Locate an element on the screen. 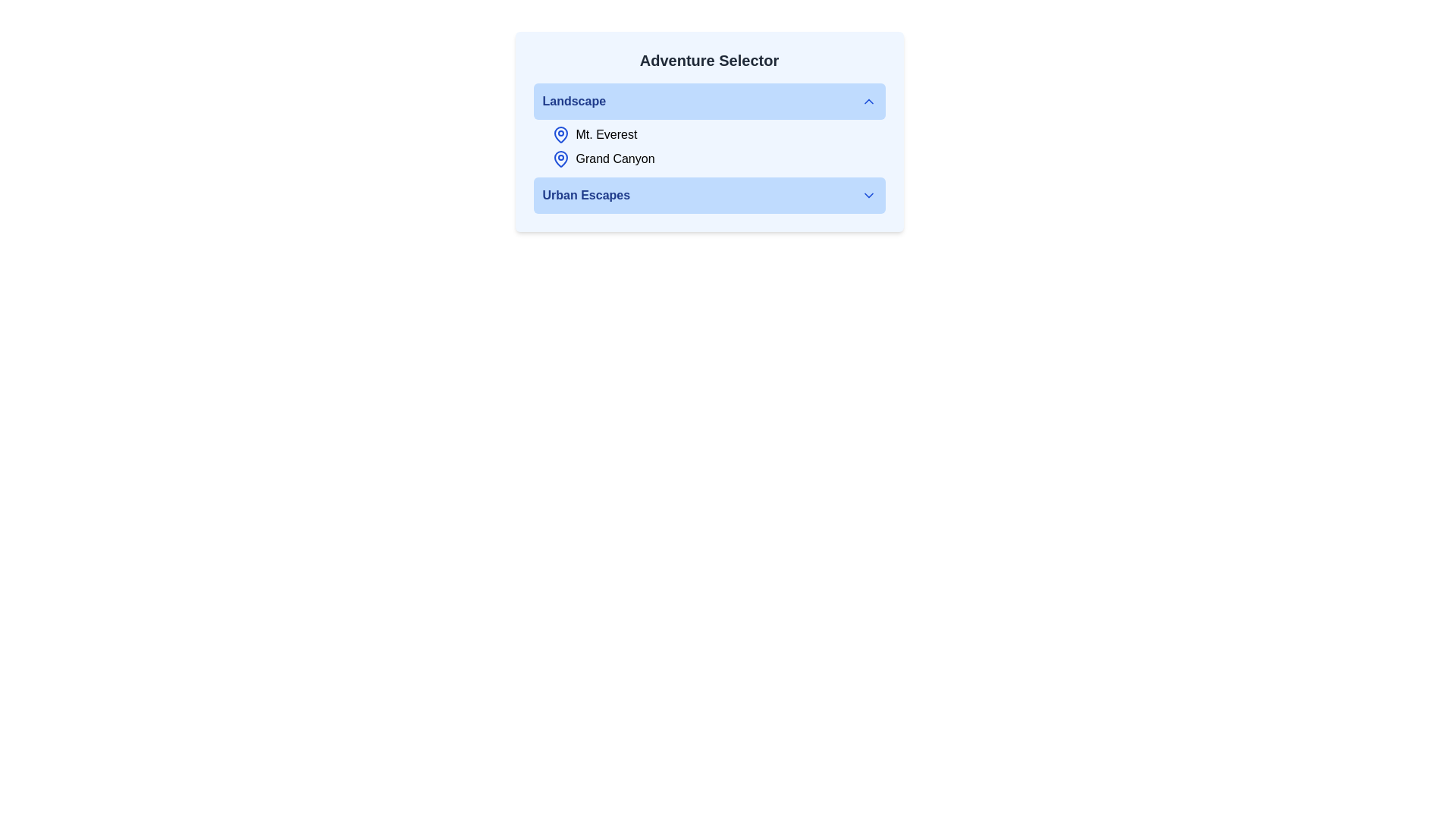 The image size is (1456, 819). the blue map pin icon that denotes locations, positioned to the left of the text 'Grand Canyon' in the 'Landscape' section of the 'Adventure Selector' is located at coordinates (560, 158).